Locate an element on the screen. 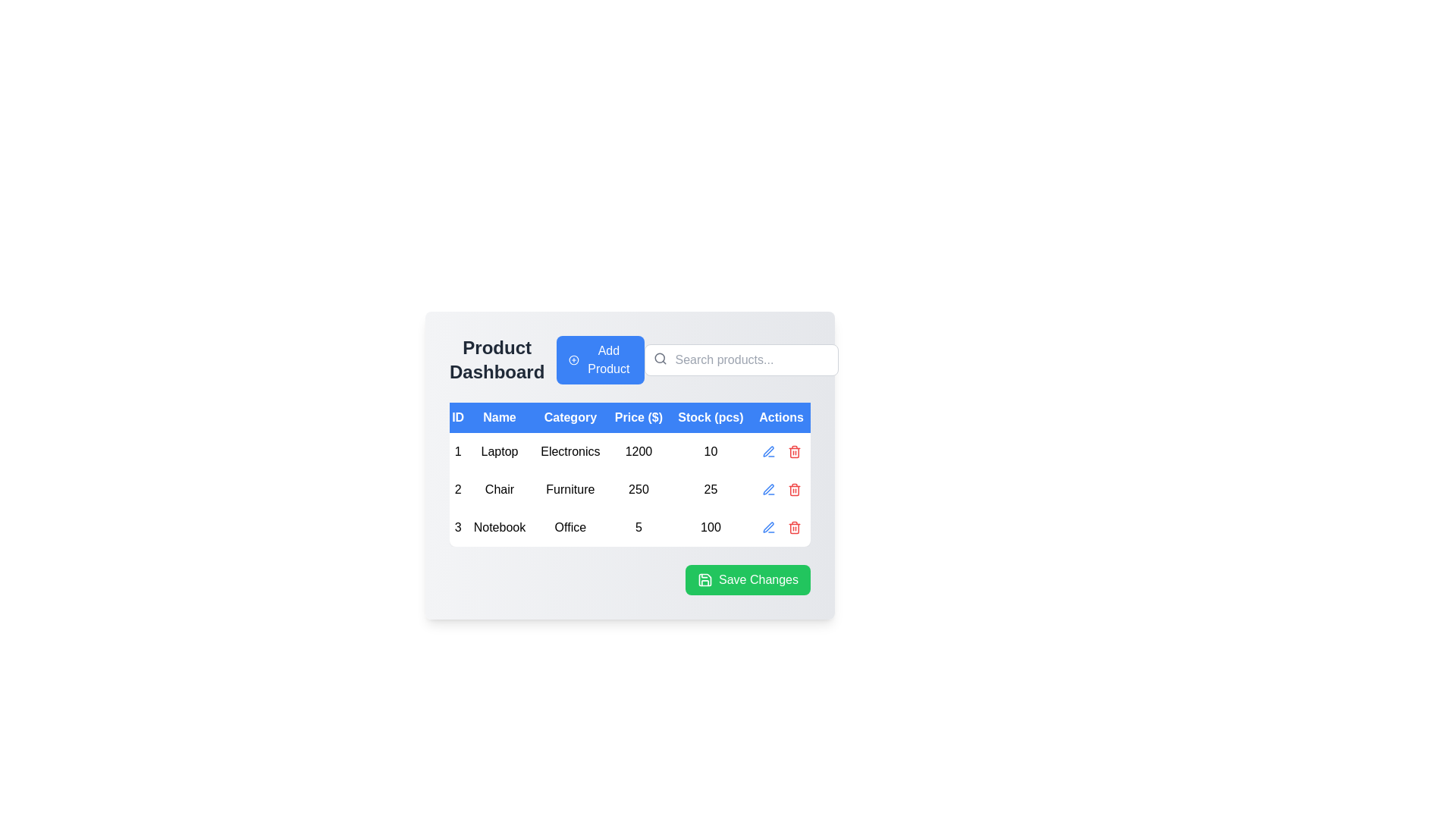 The height and width of the screenshot is (819, 1456). the small rectangular text box displaying the number '1' in black text, which is positioned at the very left of the first row in the table is located at coordinates (457, 451).